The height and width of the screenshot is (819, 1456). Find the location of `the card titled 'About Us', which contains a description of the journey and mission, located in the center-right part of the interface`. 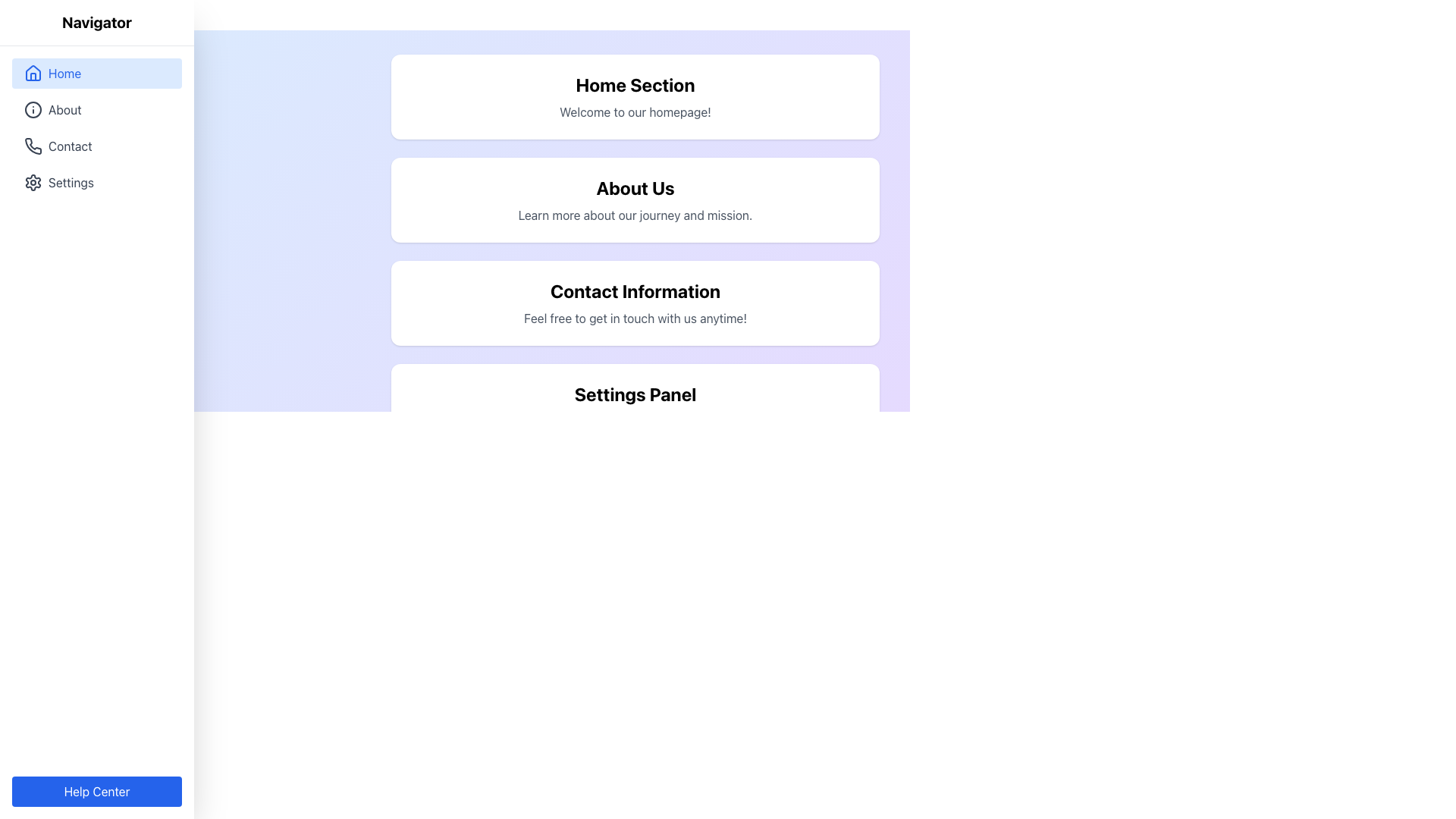

the card titled 'About Us', which contains a description of the journey and mission, located in the center-right part of the interface is located at coordinates (635, 199).